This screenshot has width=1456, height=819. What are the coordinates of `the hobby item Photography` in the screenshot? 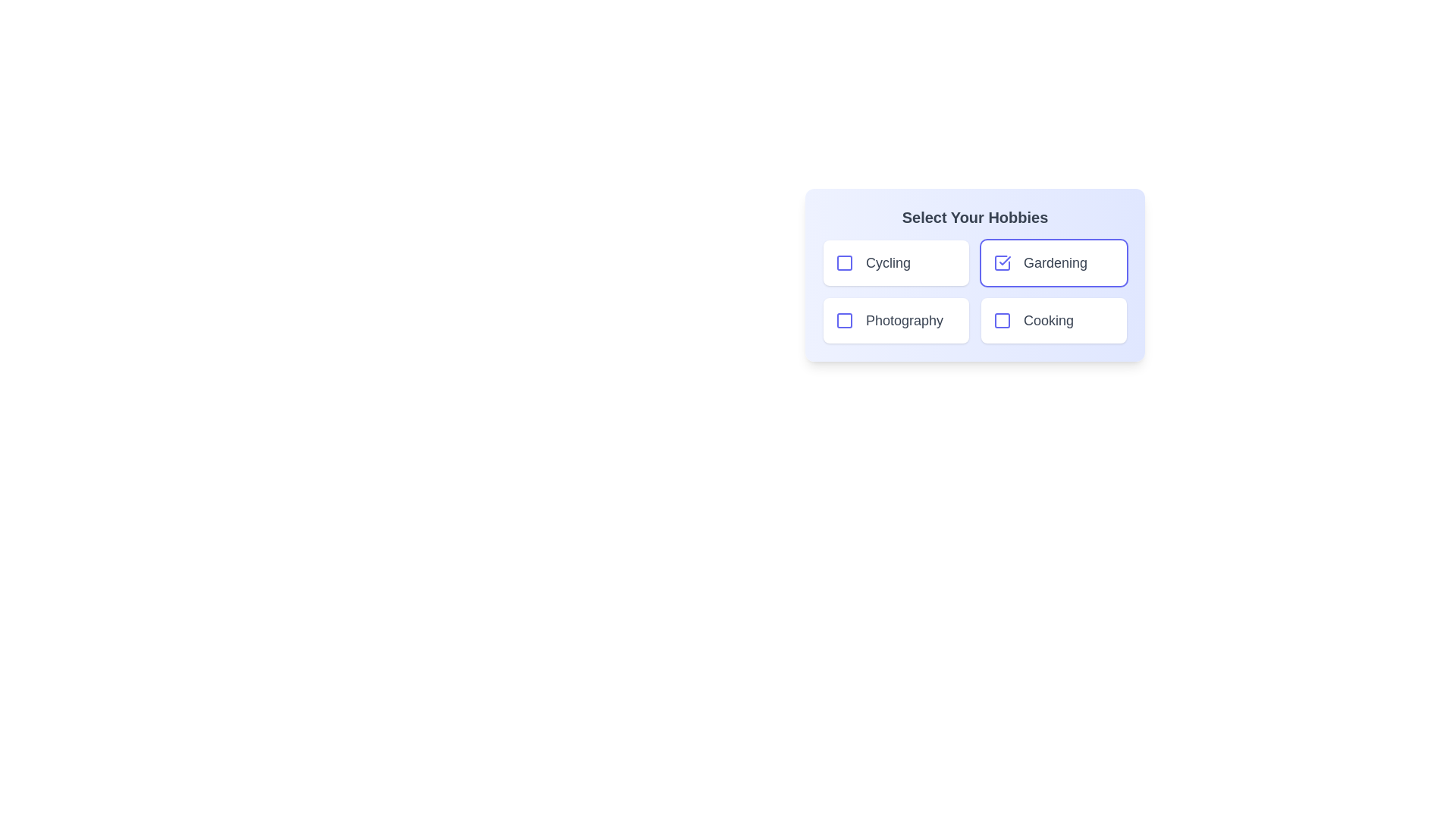 It's located at (843, 320).